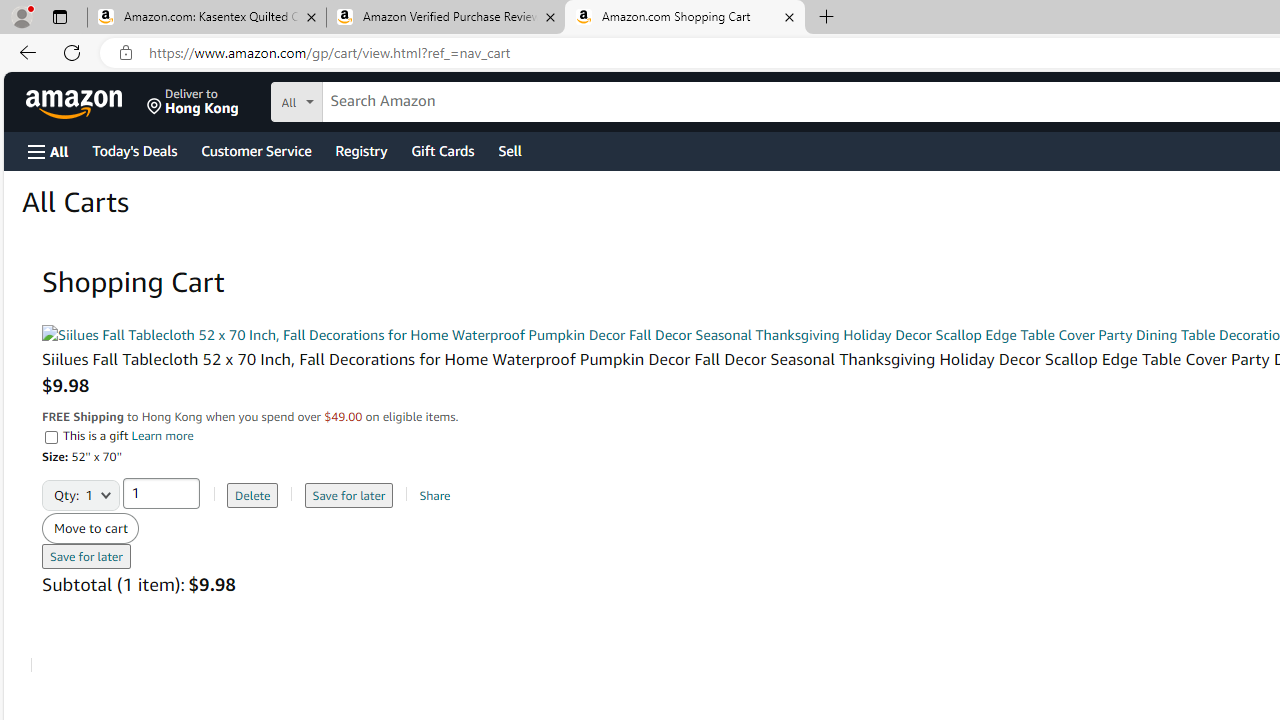 This screenshot has width=1280, height=720. What do you see at coordinates (48, 150) in the screenshot?
I see `'Open Menu'` at bounding box center [48, 150].